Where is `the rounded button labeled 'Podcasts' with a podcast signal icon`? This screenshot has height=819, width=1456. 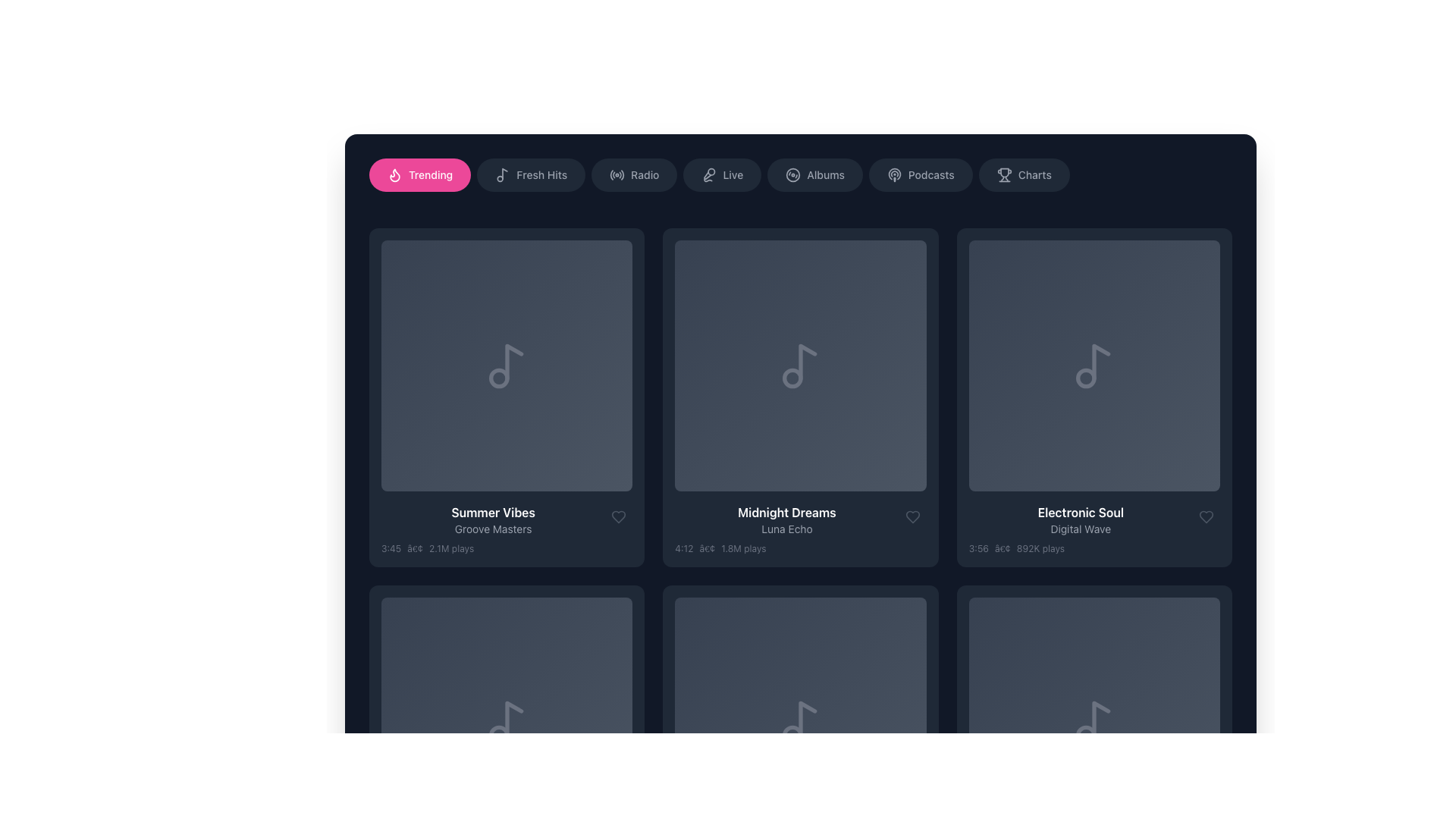
the rounded button labeled 'Podcasts' with a podcast signal icon is located at coordinates (920, 174).